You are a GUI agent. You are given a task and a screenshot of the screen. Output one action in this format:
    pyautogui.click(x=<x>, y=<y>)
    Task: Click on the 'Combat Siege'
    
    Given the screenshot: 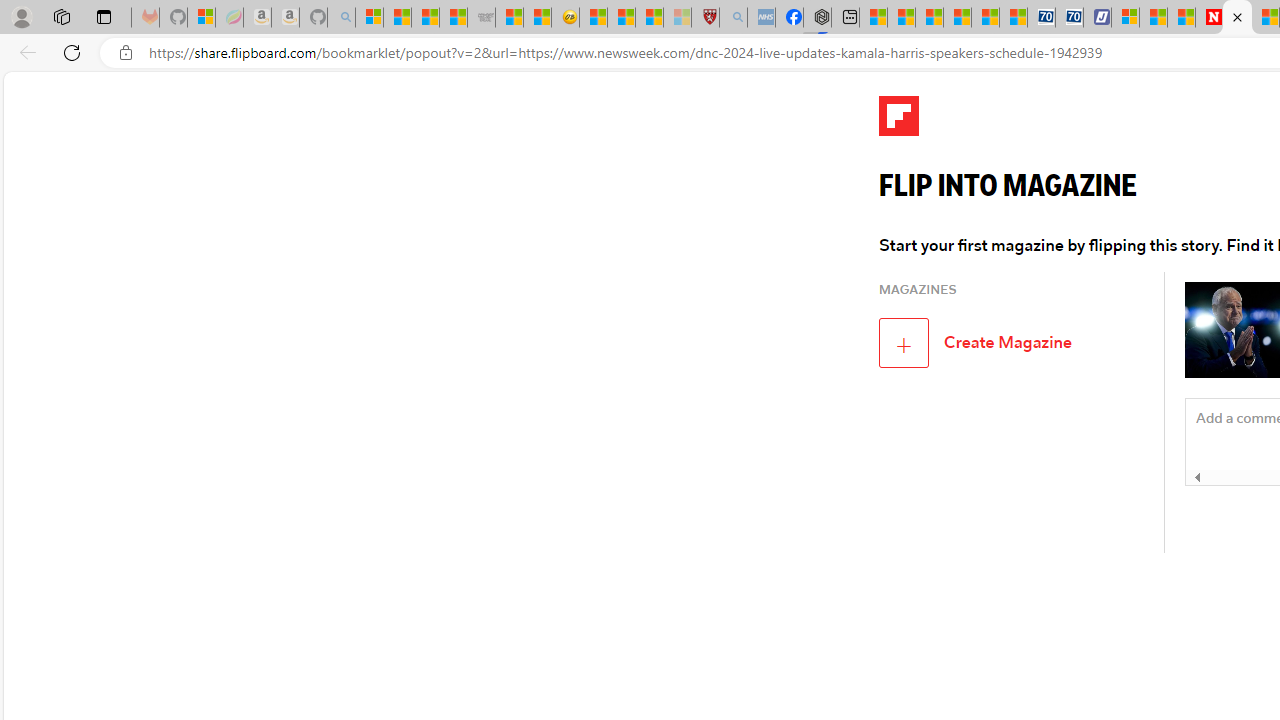 What is the action you would take?
    pyautogui.click(x=481, y=17)
    